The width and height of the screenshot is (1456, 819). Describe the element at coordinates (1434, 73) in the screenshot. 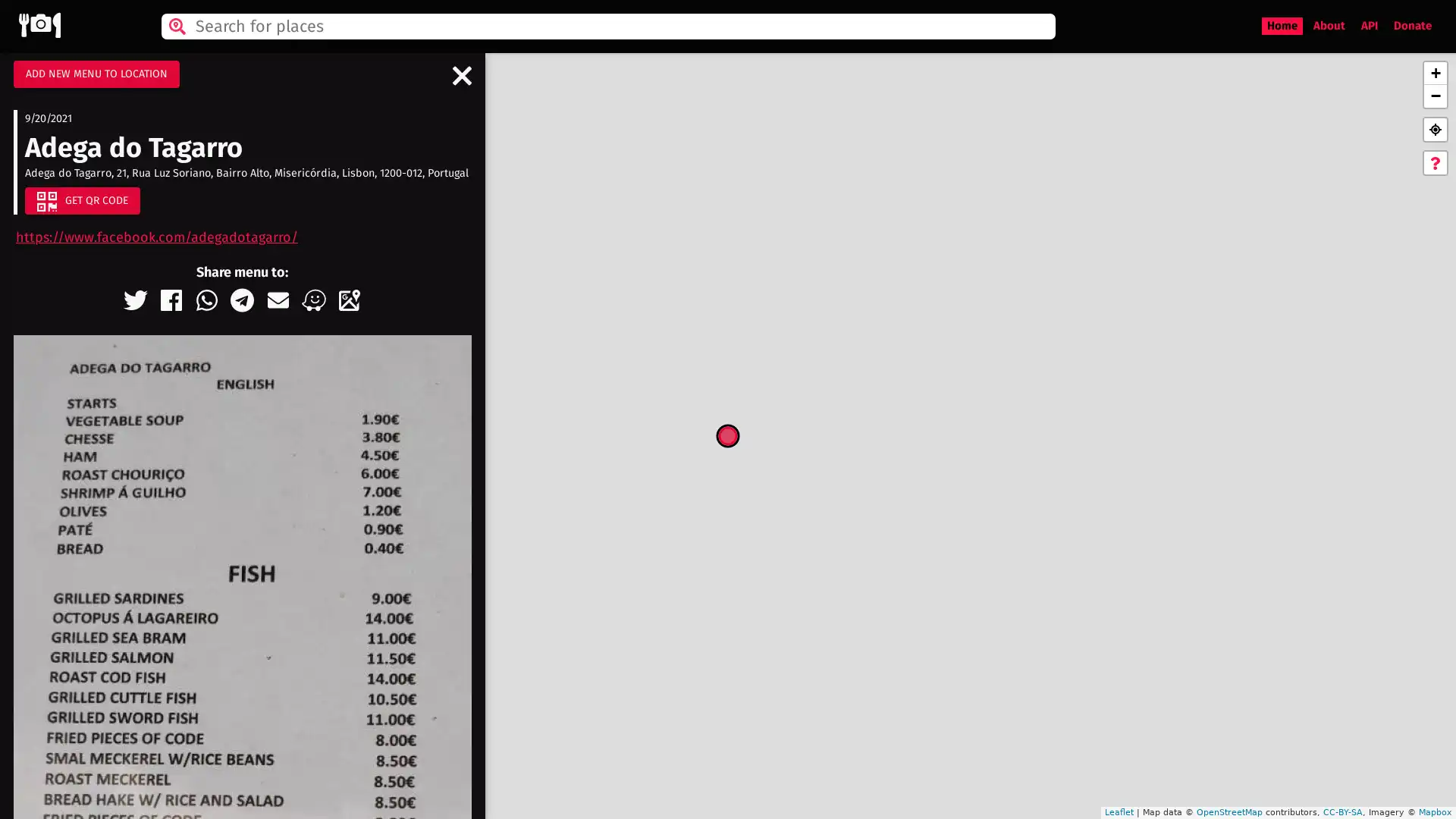

I see `Zoom in` at that location.